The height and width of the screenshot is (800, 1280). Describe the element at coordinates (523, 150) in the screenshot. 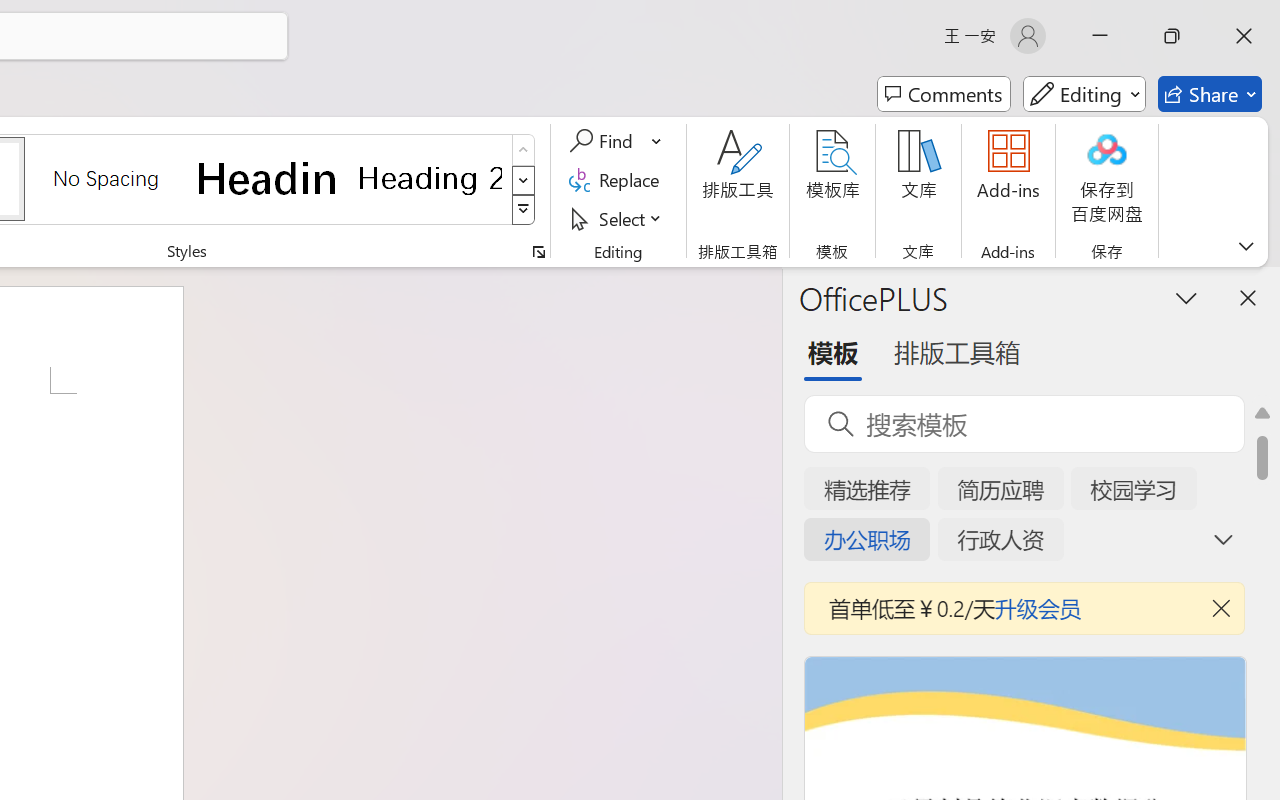

I see `'Row up'` at that location.